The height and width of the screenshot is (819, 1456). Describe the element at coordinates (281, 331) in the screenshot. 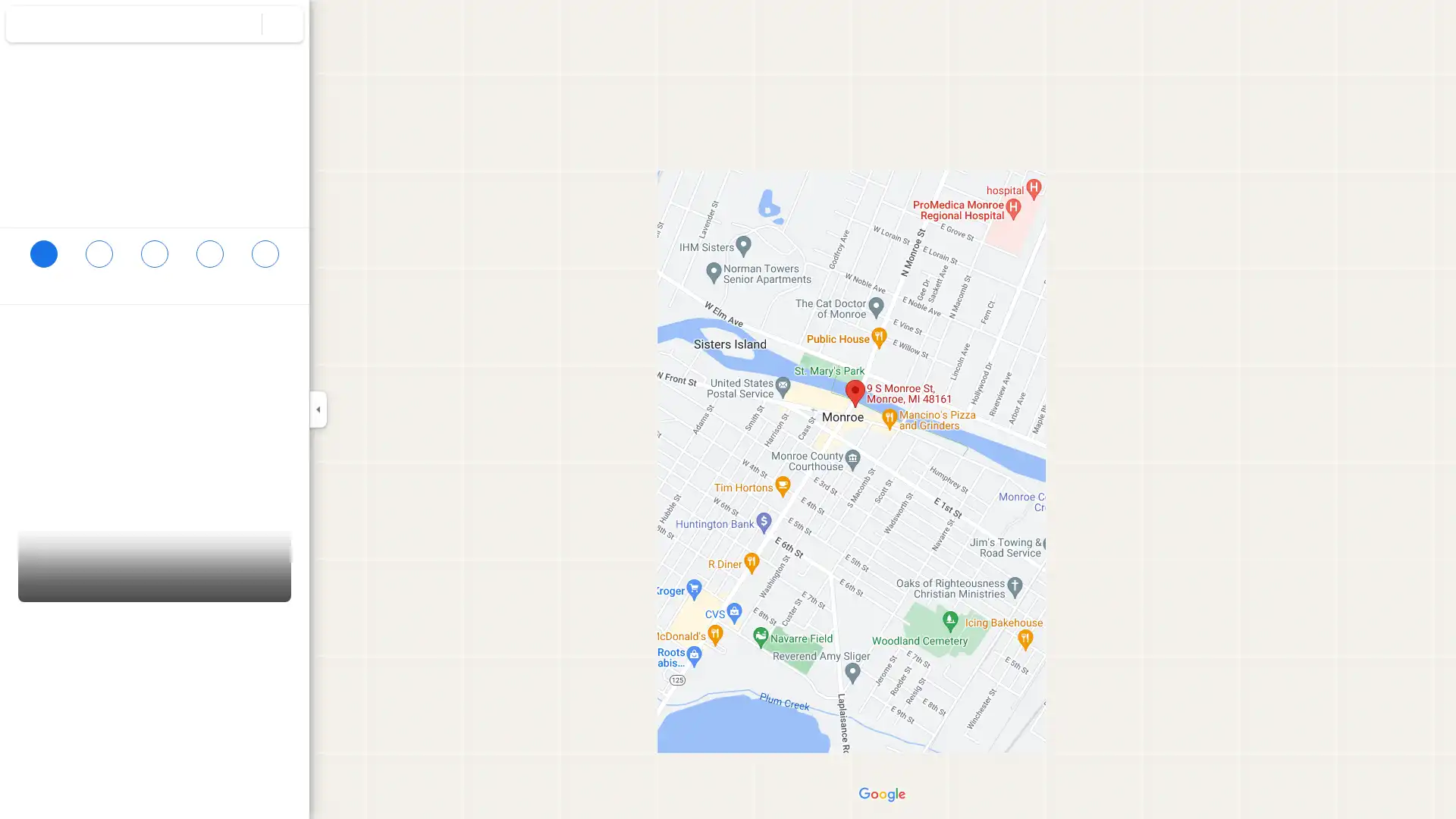

I see `Copy address` at that location.